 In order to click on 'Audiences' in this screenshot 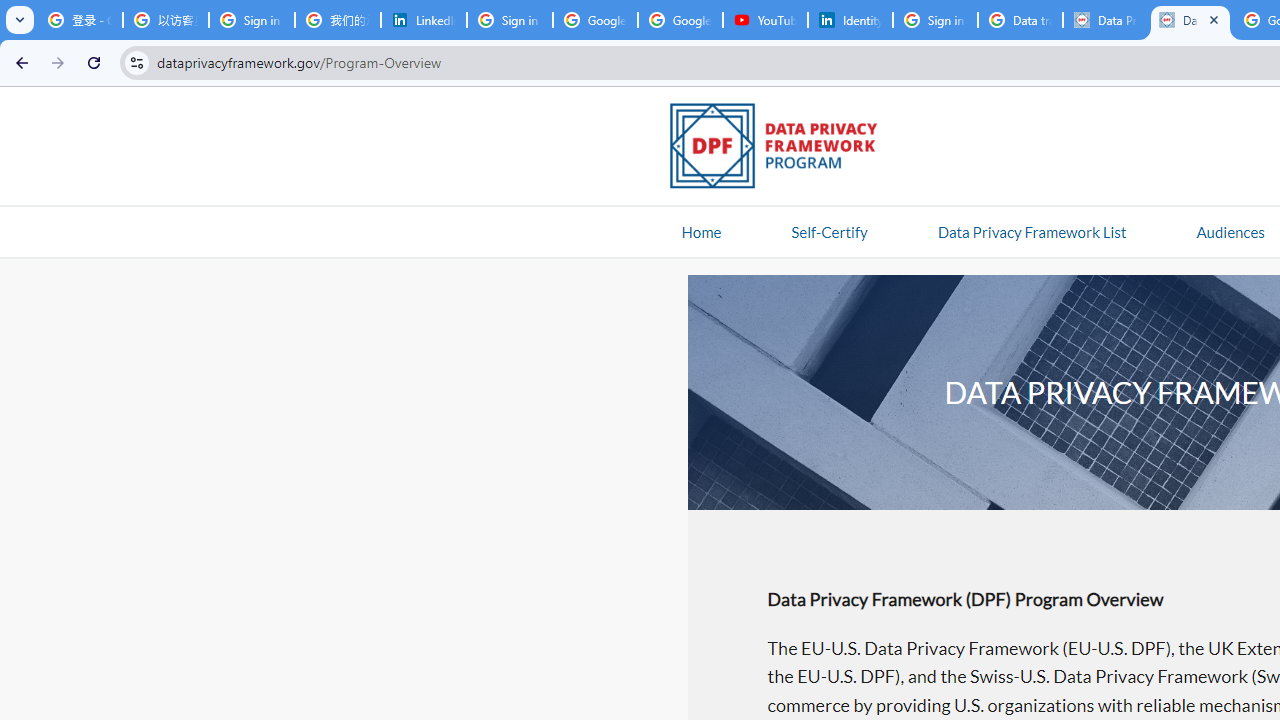, I will do `click(1229, 230)`.